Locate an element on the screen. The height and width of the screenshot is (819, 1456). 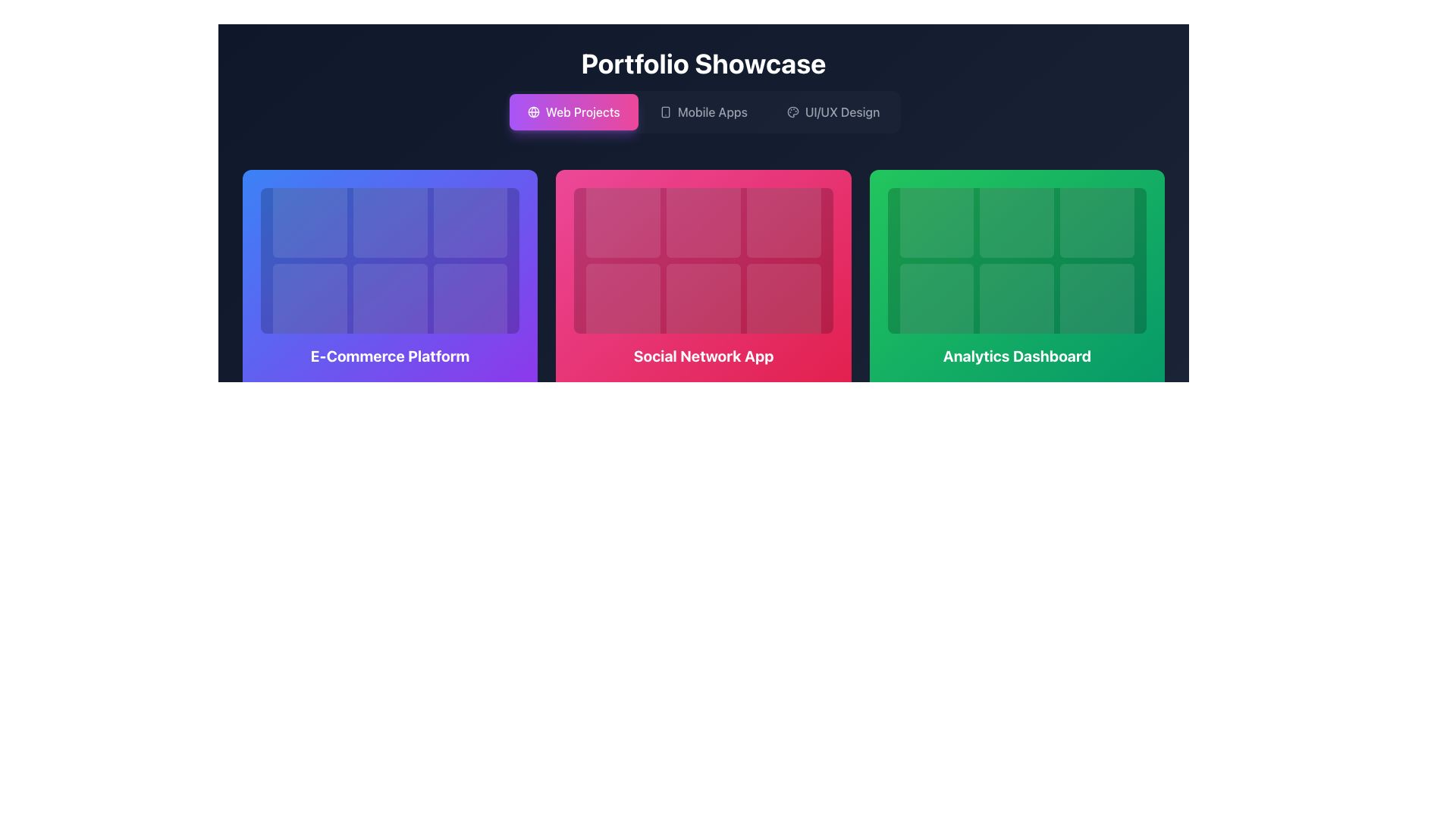
the title text of the green card labeled 'Analytics Dashboard', which is located at the bottom of the card is located at coordinates (1017, 356).